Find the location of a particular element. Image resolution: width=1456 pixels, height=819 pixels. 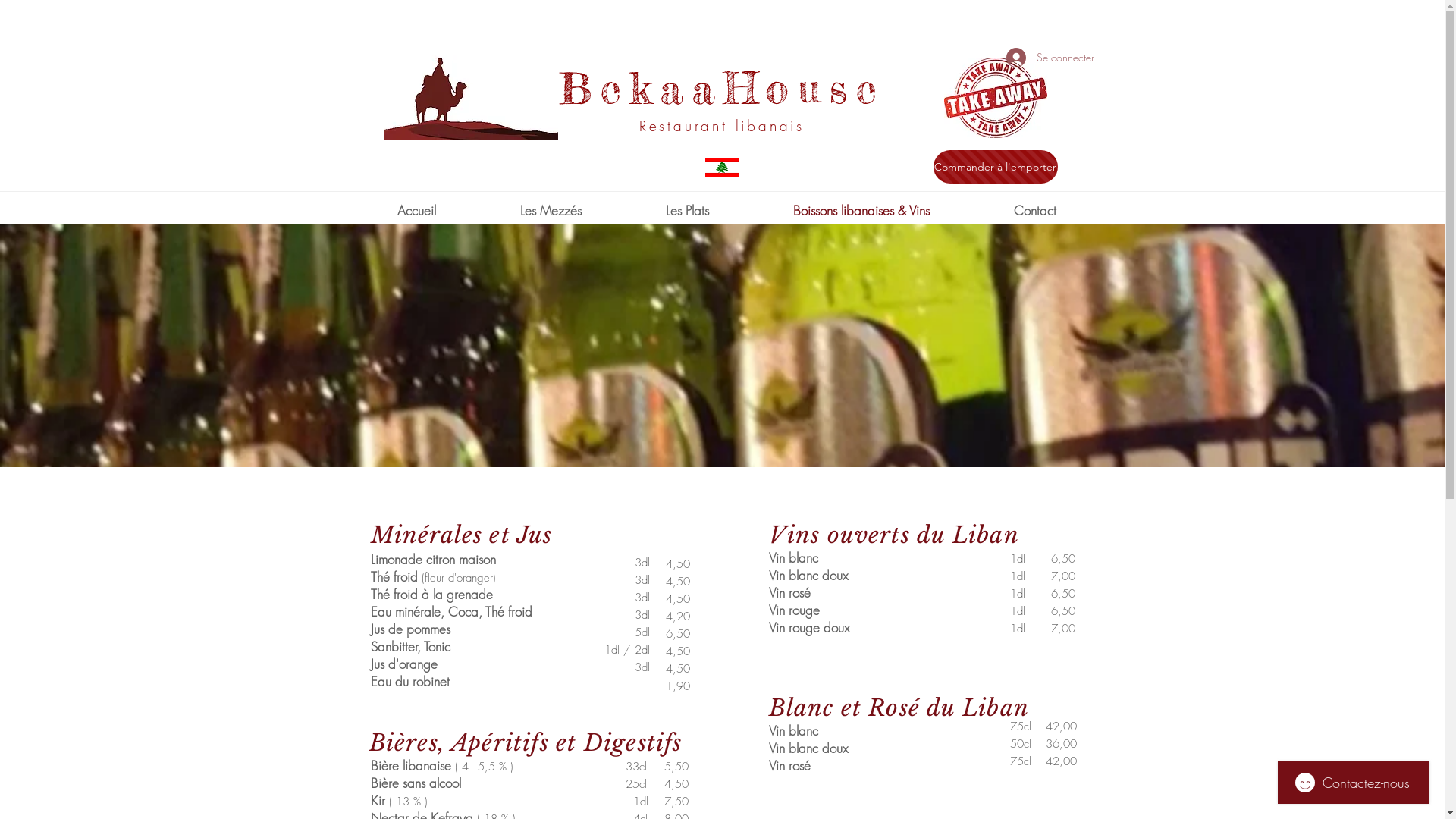

'Accueil' is located at coordinates (416, 210).